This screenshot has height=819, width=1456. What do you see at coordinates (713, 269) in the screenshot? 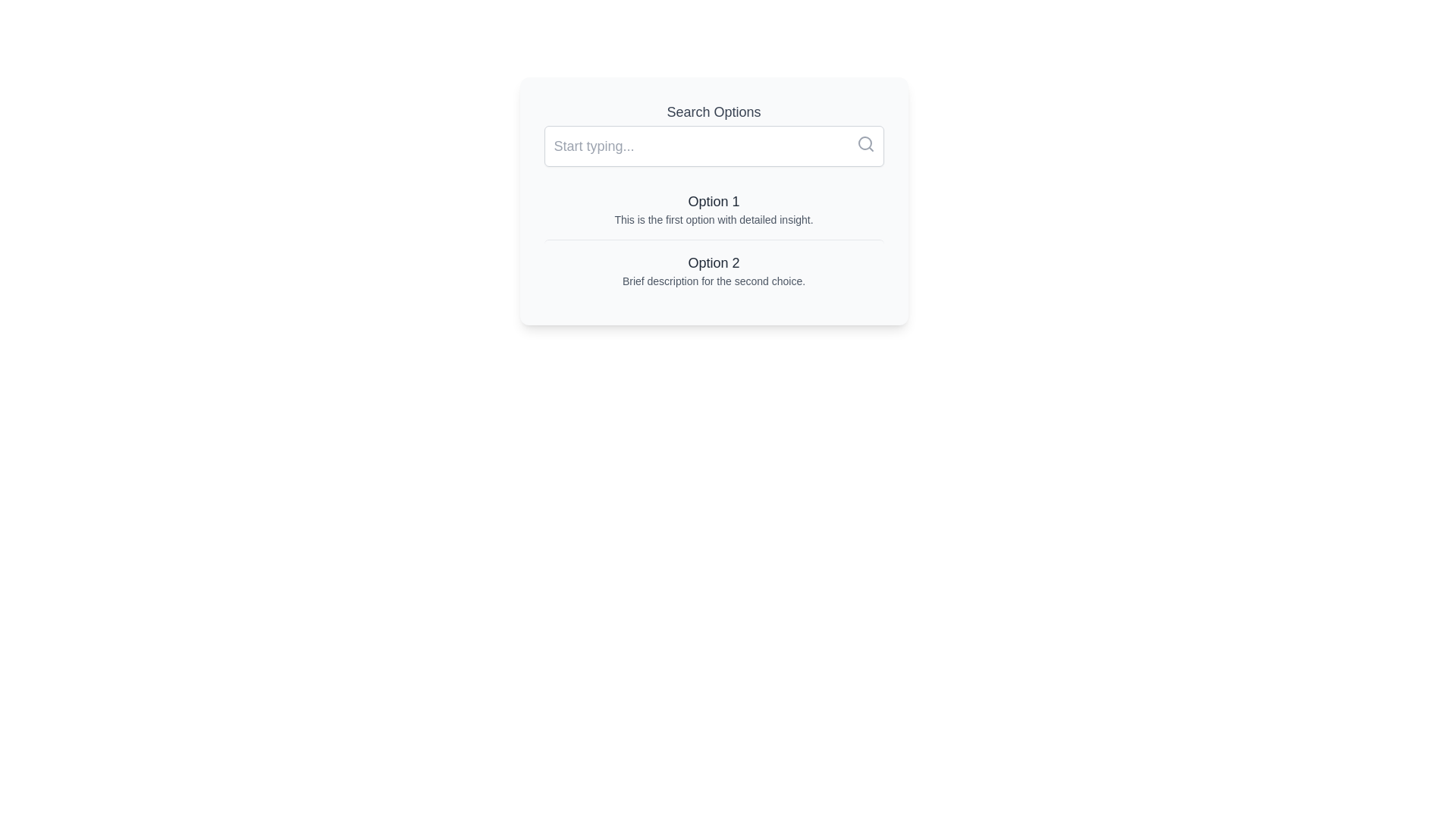
I see `the second option in the 'Search Options' list` at bounding box center [713, 269].